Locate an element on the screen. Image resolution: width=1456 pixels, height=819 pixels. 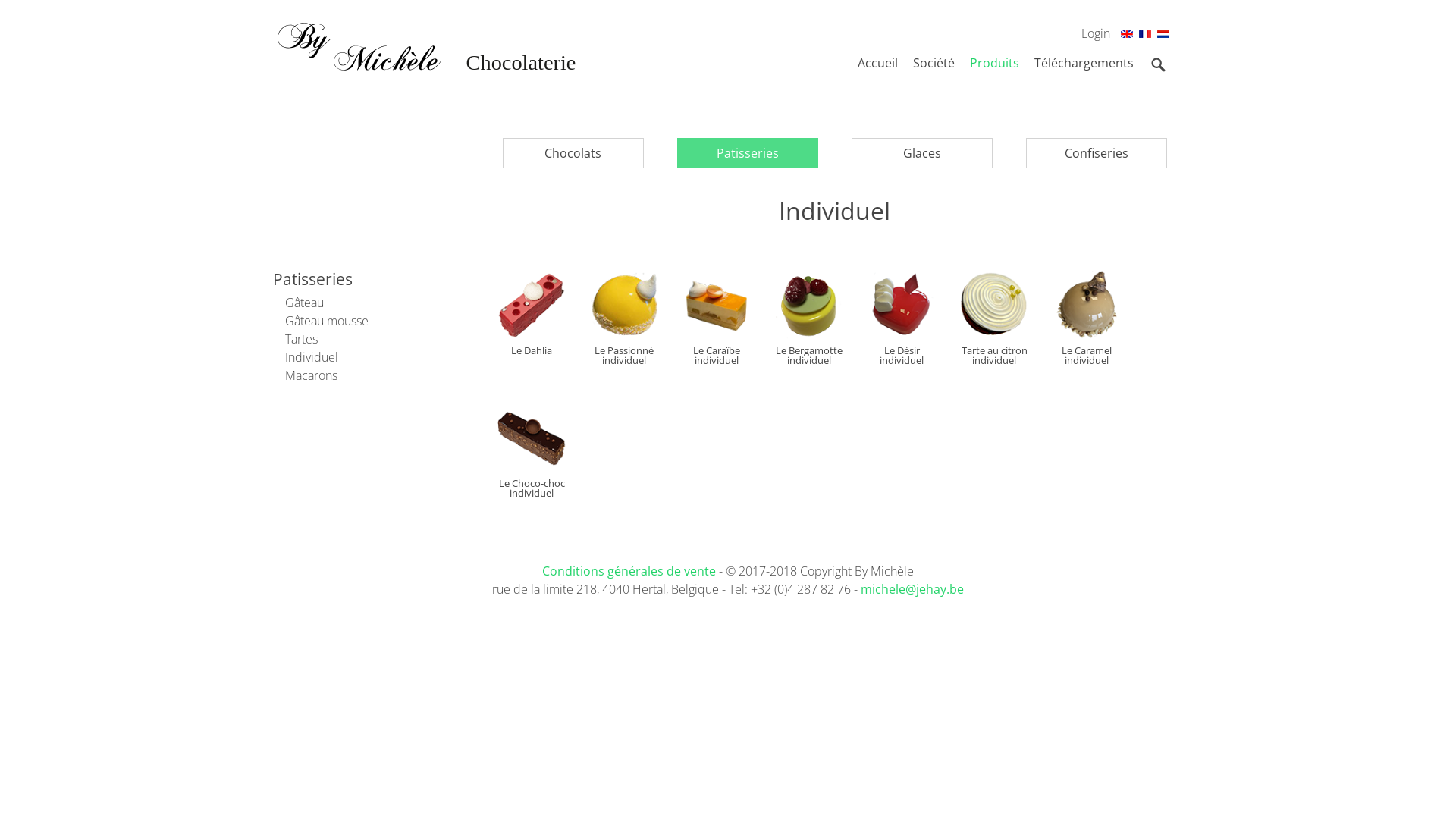
'Accueil' is located at coordinates (858, 62).